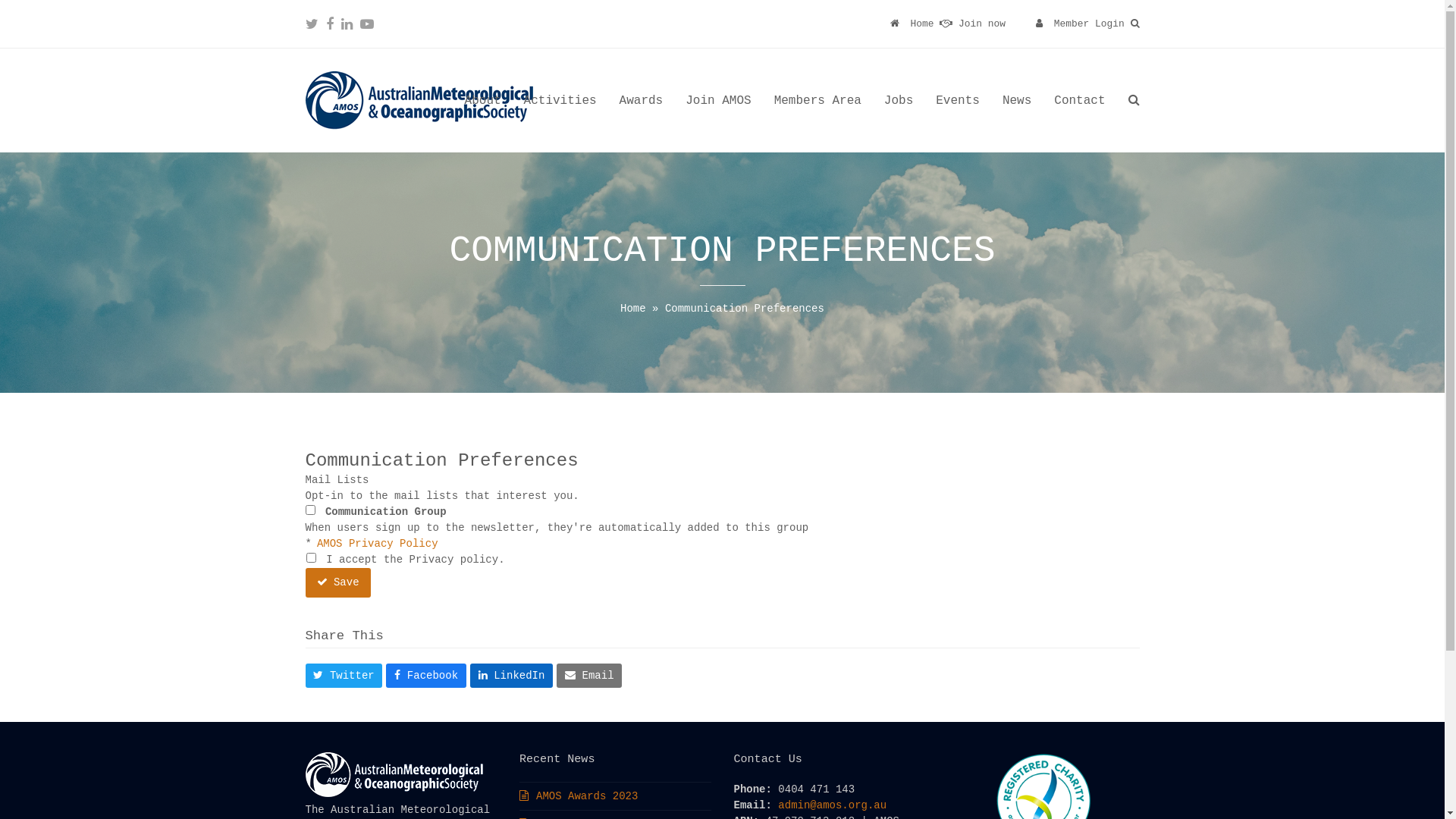 The height and width of the screenshot is (819, 1456). I want to click on 'Members Area', so click(817, 100).